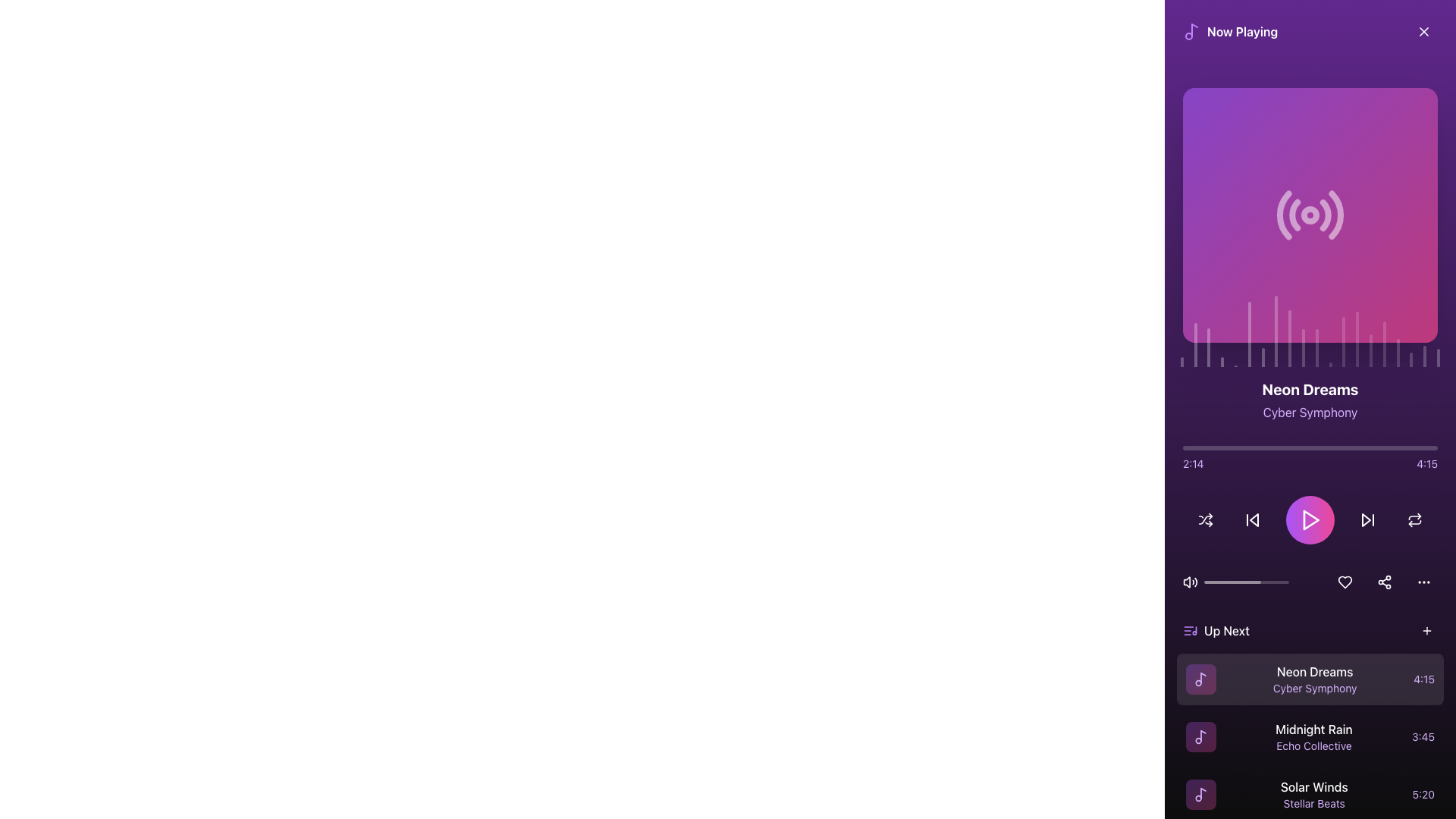  I want to click on the small left-pointing arrow-like shape within the 'Skip Back' control icon, so click(1254, 519).